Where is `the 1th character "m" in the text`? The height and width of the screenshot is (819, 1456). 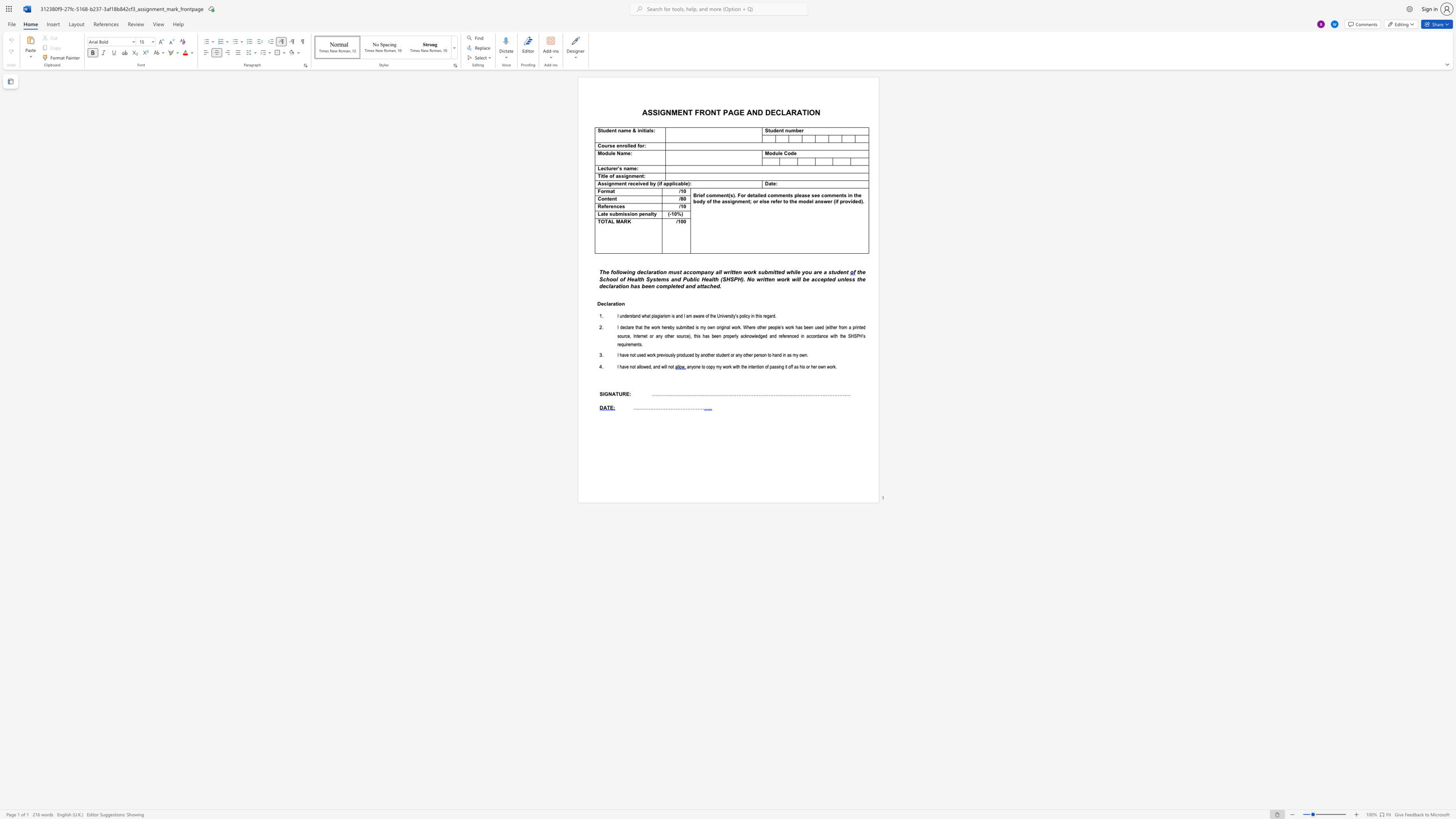
the 1th character "m" in the text is located at coordinates (625, 153).